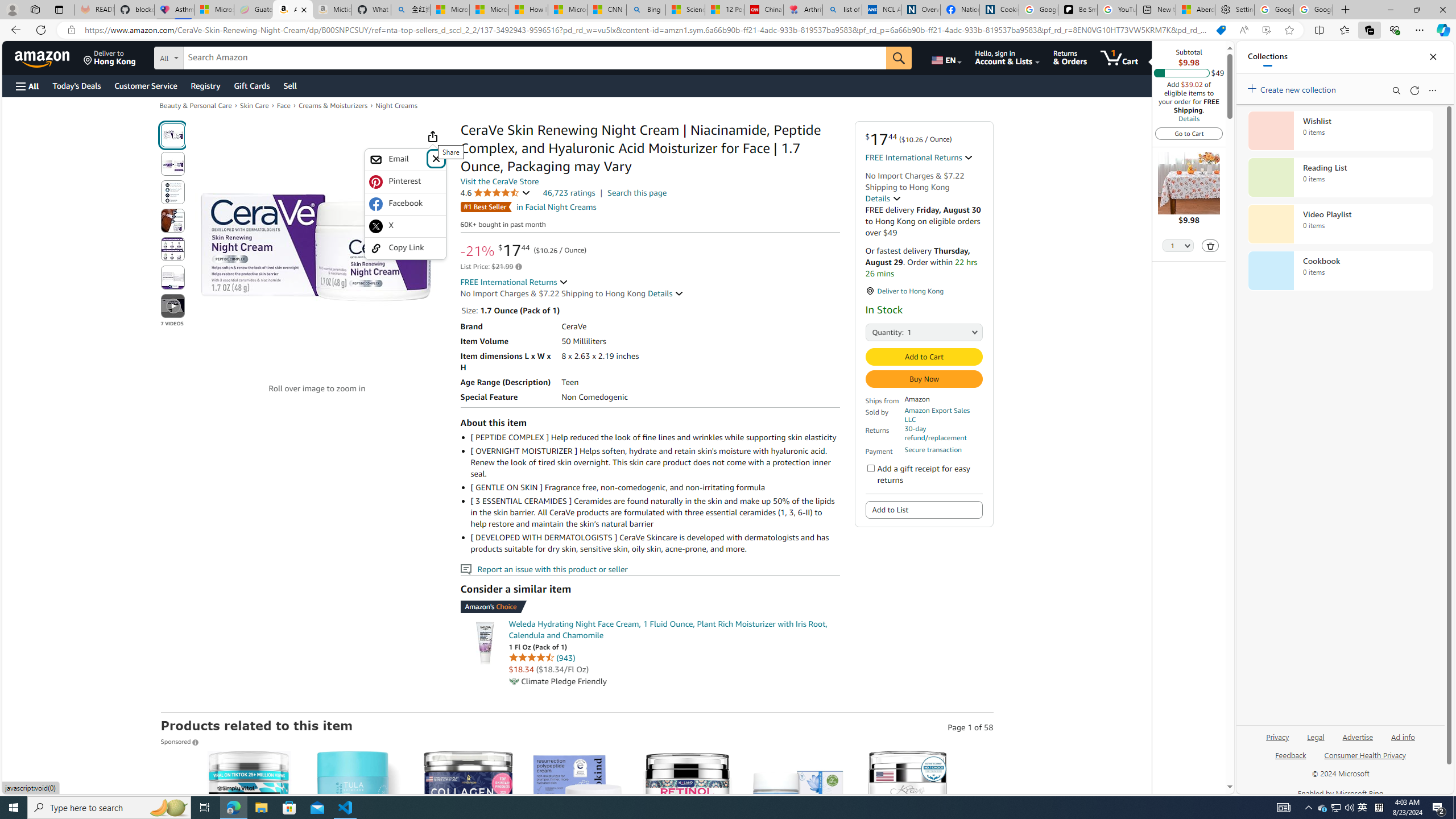 This screenshot has width=1456, height=819. I want to click on 'Create new collection', so click(1293, 87).